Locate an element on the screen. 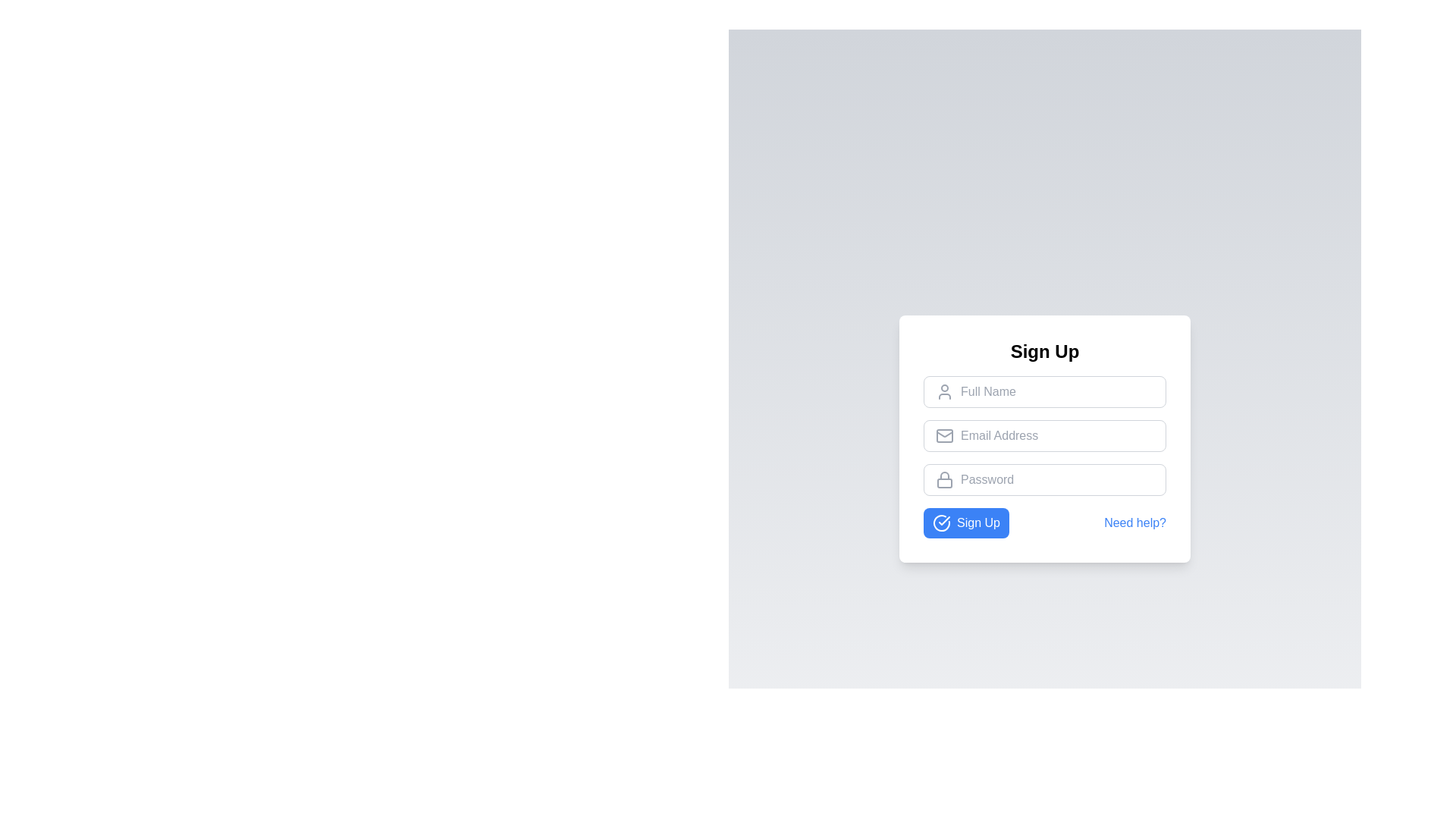 The height and width of the screenshot is (819, 1456). the Decorative Rectangle element, which forms the body of a padlock icon adjacent to the password input field in the form section is located at coordinates (944, 483).